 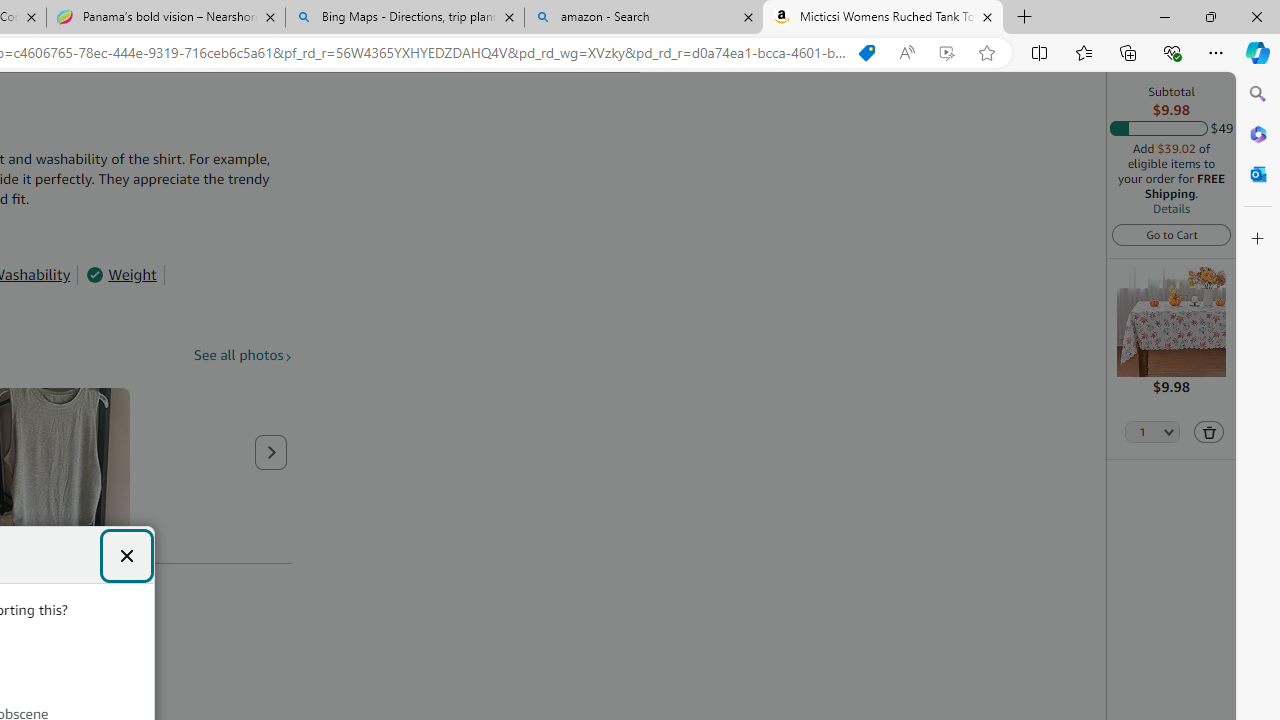 I want to click on 'Outlook', so click(x=1257, y=173).